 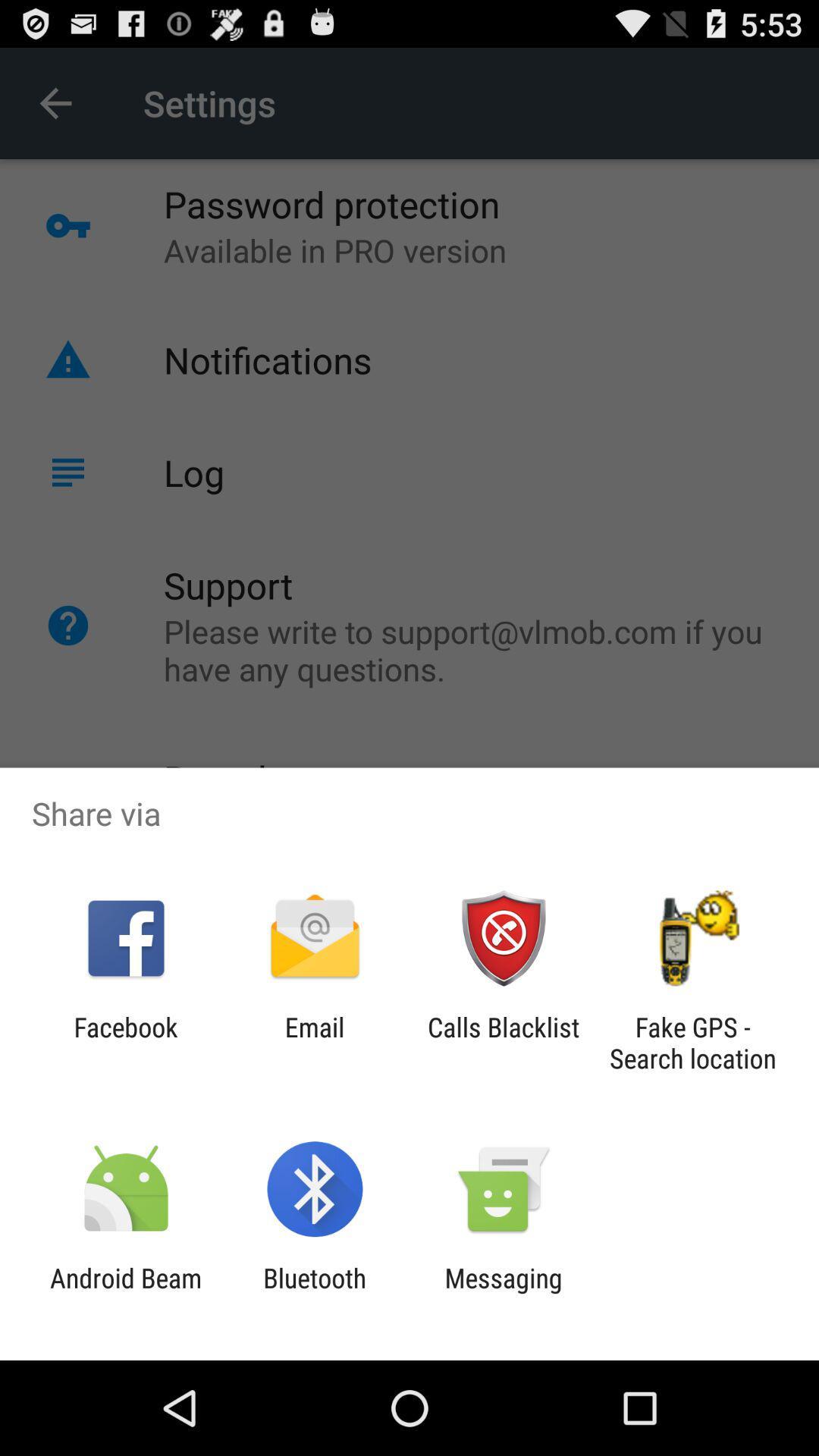 What do you see at coordinates (692, 1042) in the screenshot?
I see `app to the right of the calls blacklist app` at bounding box center [692, 1042].